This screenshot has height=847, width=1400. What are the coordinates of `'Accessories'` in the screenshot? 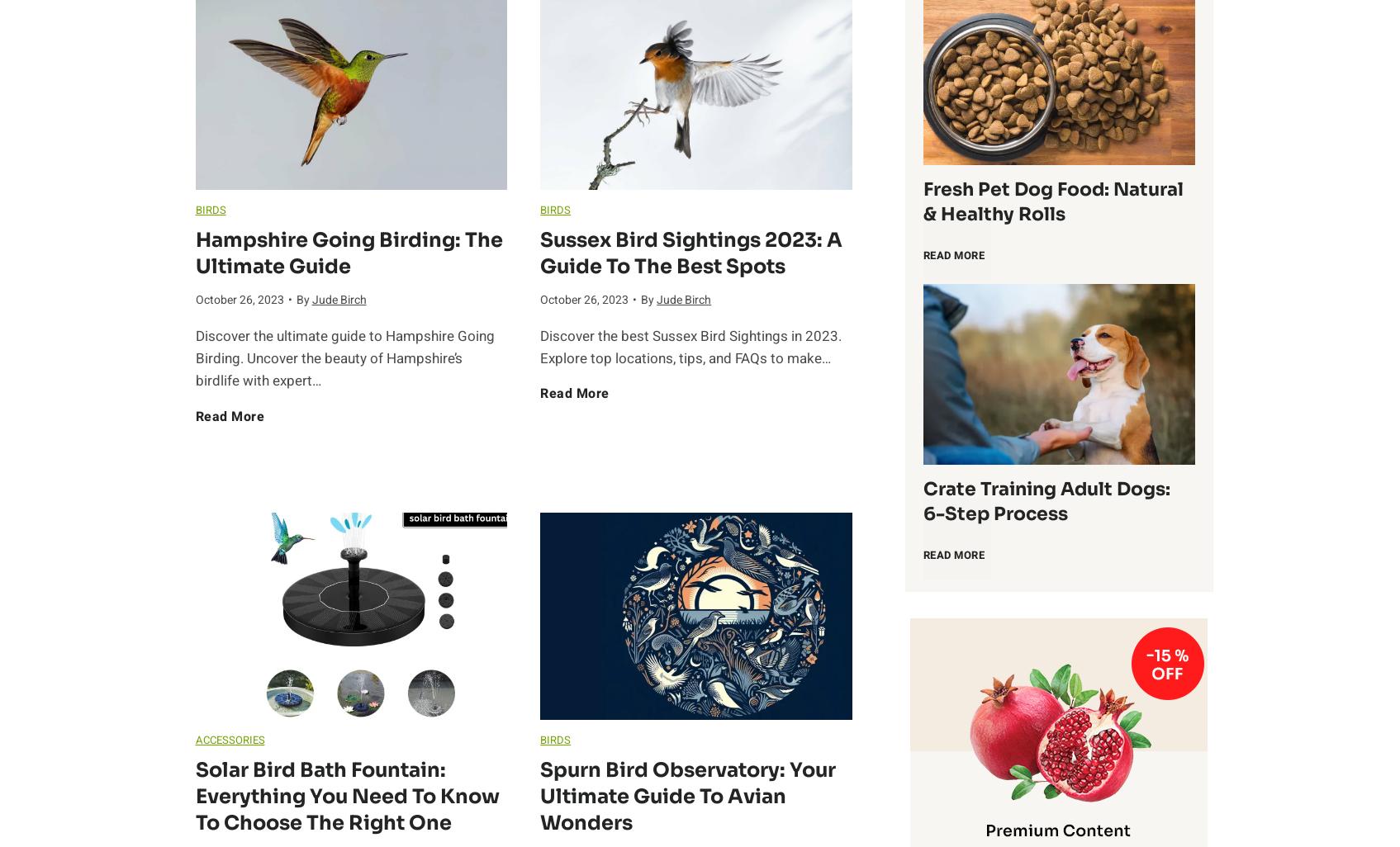 It's located at (229, 739).